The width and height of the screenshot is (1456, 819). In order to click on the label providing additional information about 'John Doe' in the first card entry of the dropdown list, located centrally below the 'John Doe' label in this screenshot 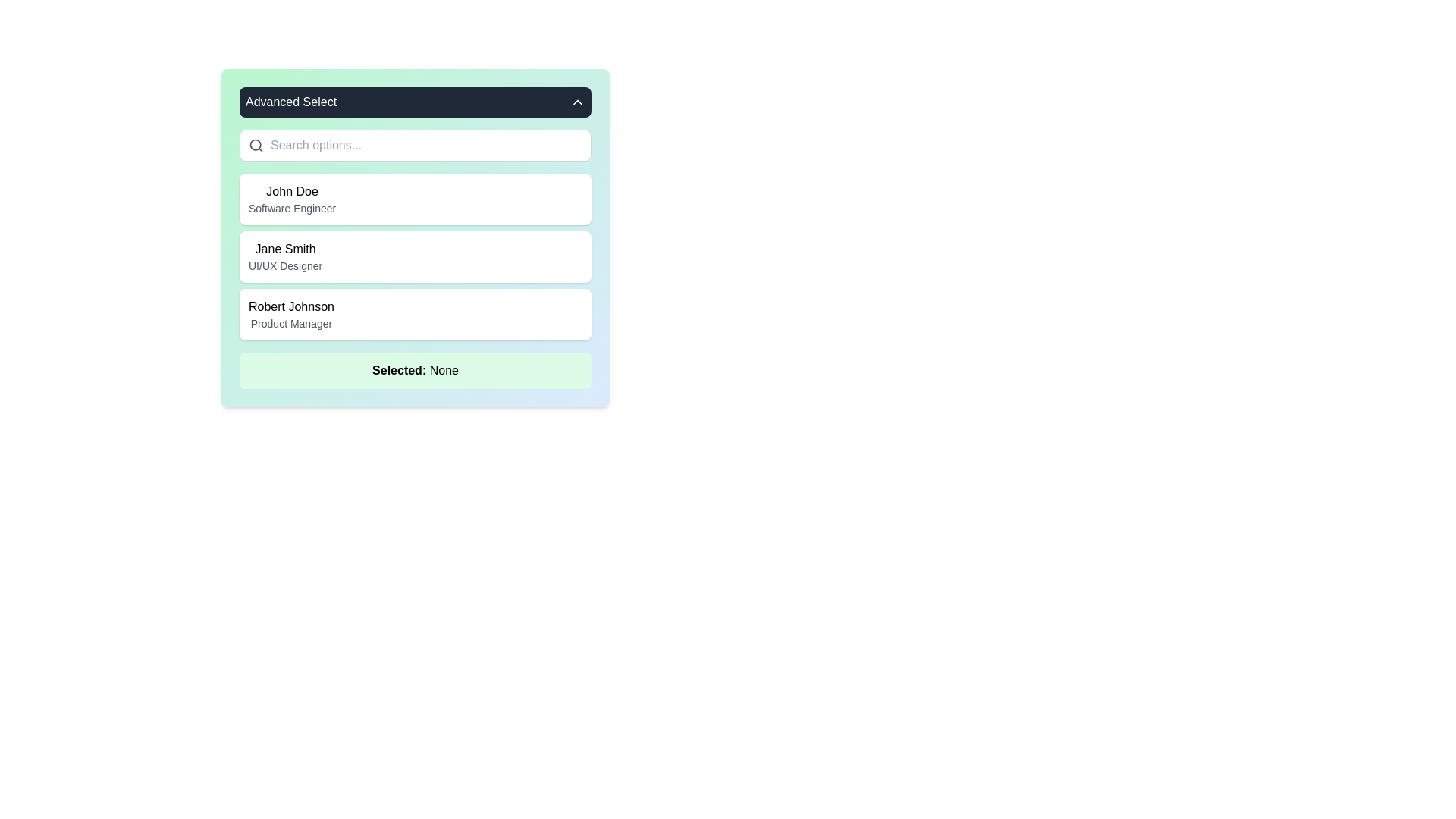, I will do `click(292, 208)`.